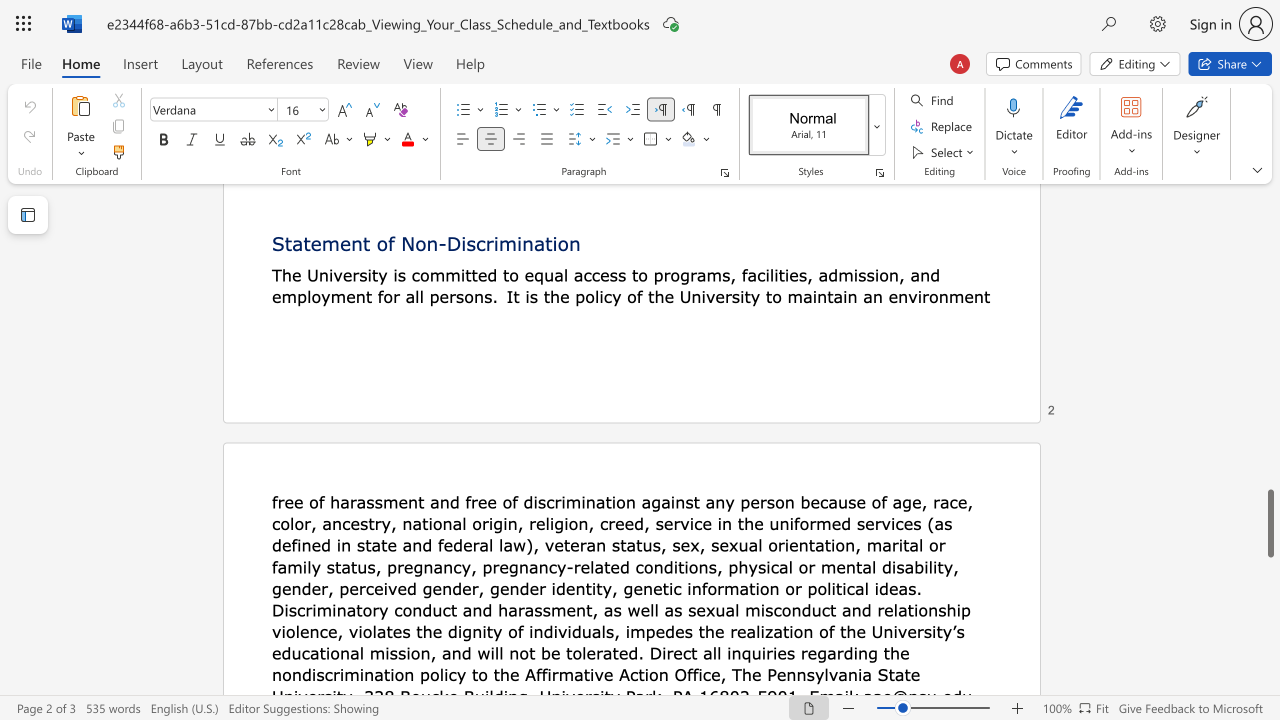 The height and width of the screenshot is (720, 1280). I want to click on the scrollbar to slide the page up, so click(1269, 348).